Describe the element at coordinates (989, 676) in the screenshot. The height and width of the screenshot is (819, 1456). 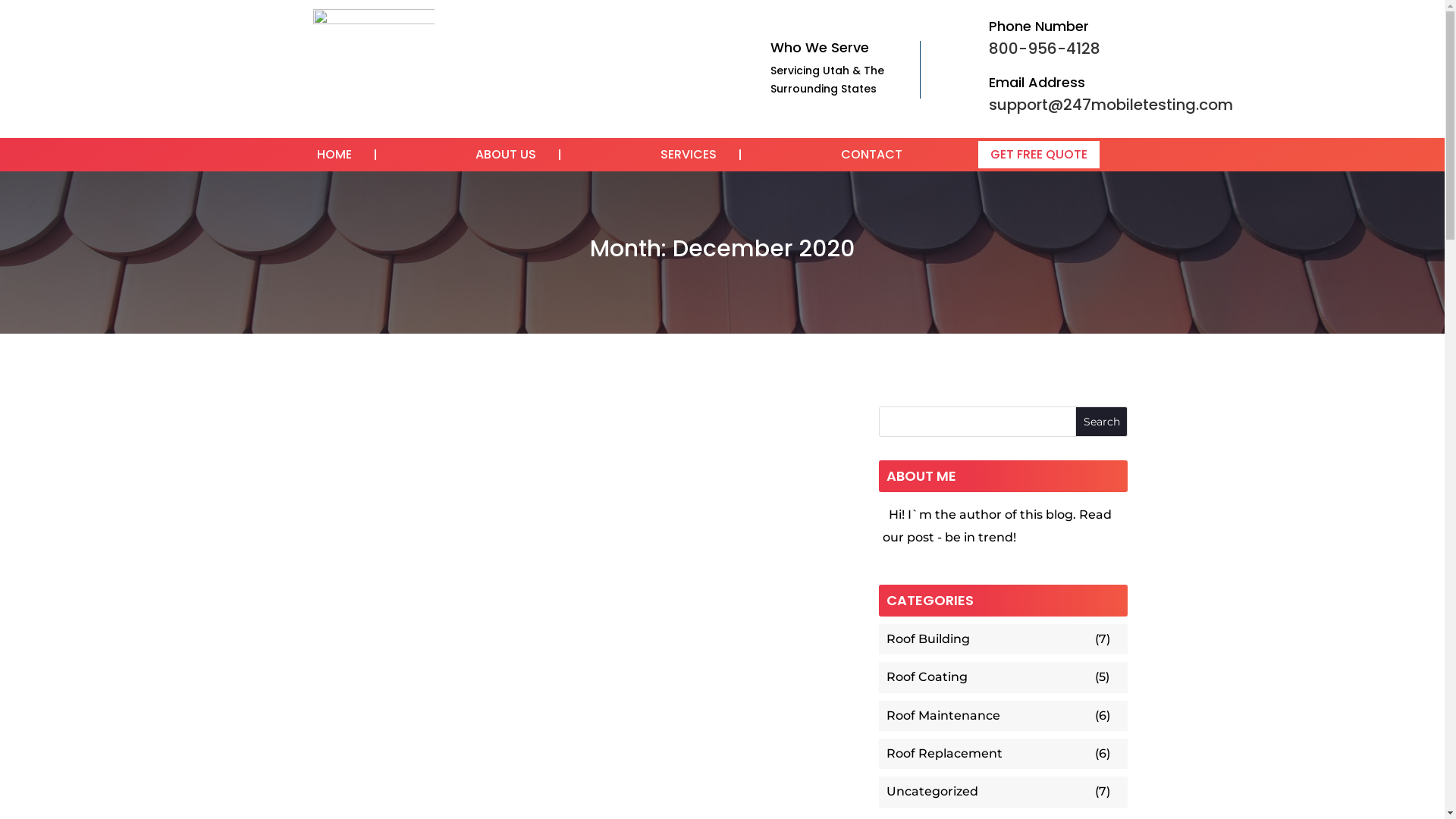
I see `'Roof Coating'` at that location.